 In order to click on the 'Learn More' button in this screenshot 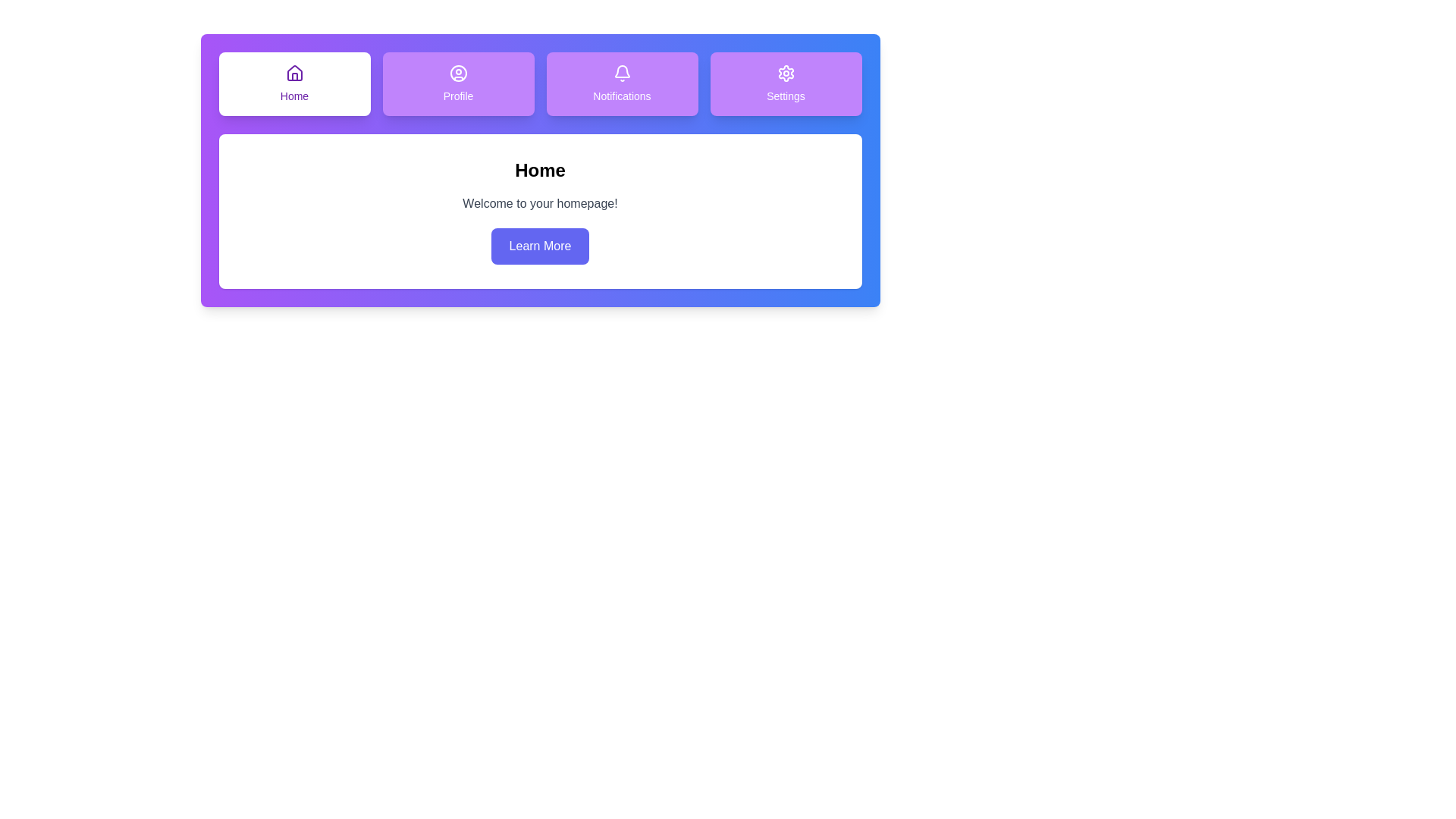, I will do `click(539, 245)`.